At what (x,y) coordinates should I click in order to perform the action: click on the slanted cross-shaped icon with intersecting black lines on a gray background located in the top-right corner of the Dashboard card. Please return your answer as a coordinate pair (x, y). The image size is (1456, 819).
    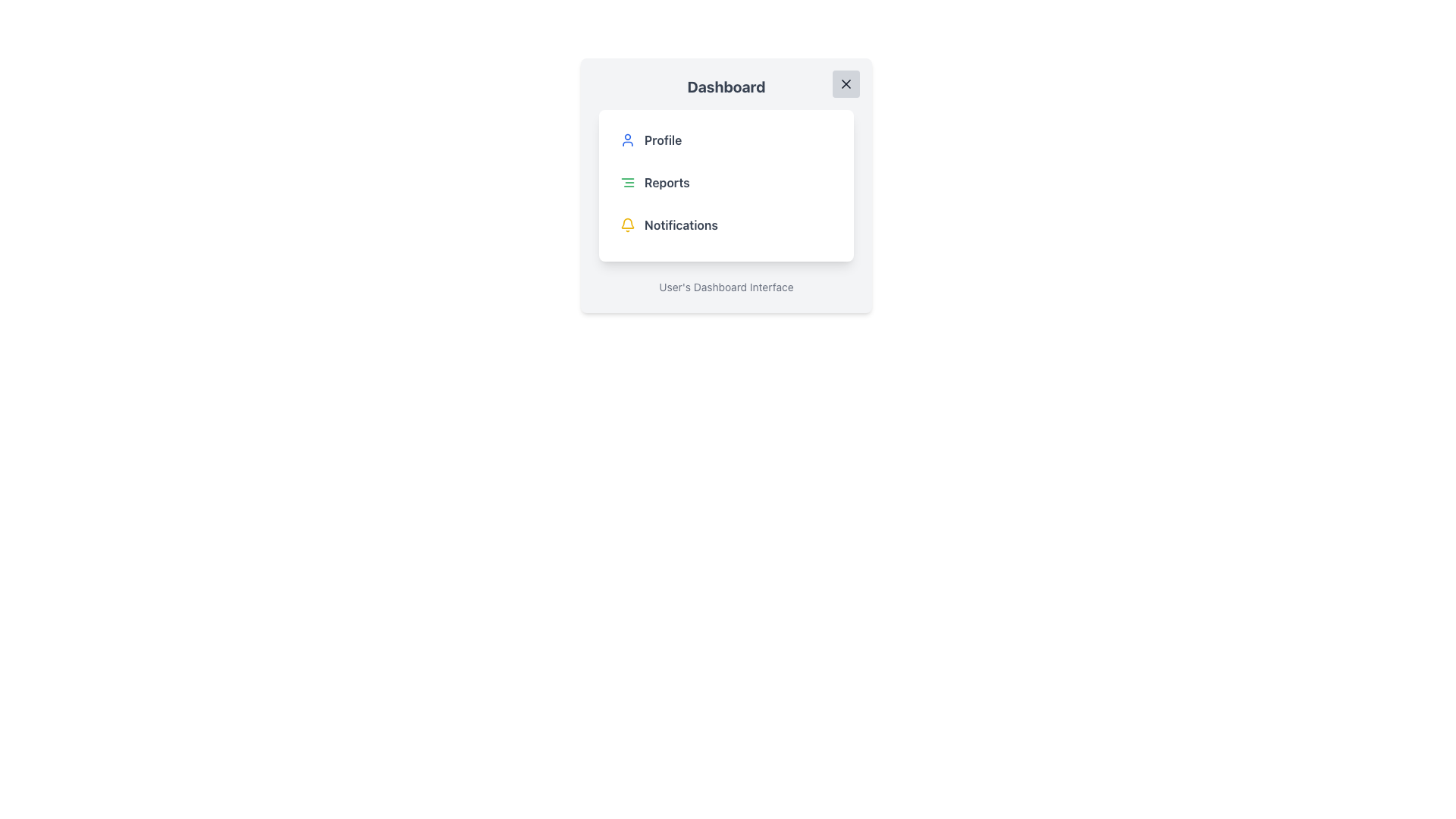
    Looking at the image, I should click on (846, 84).